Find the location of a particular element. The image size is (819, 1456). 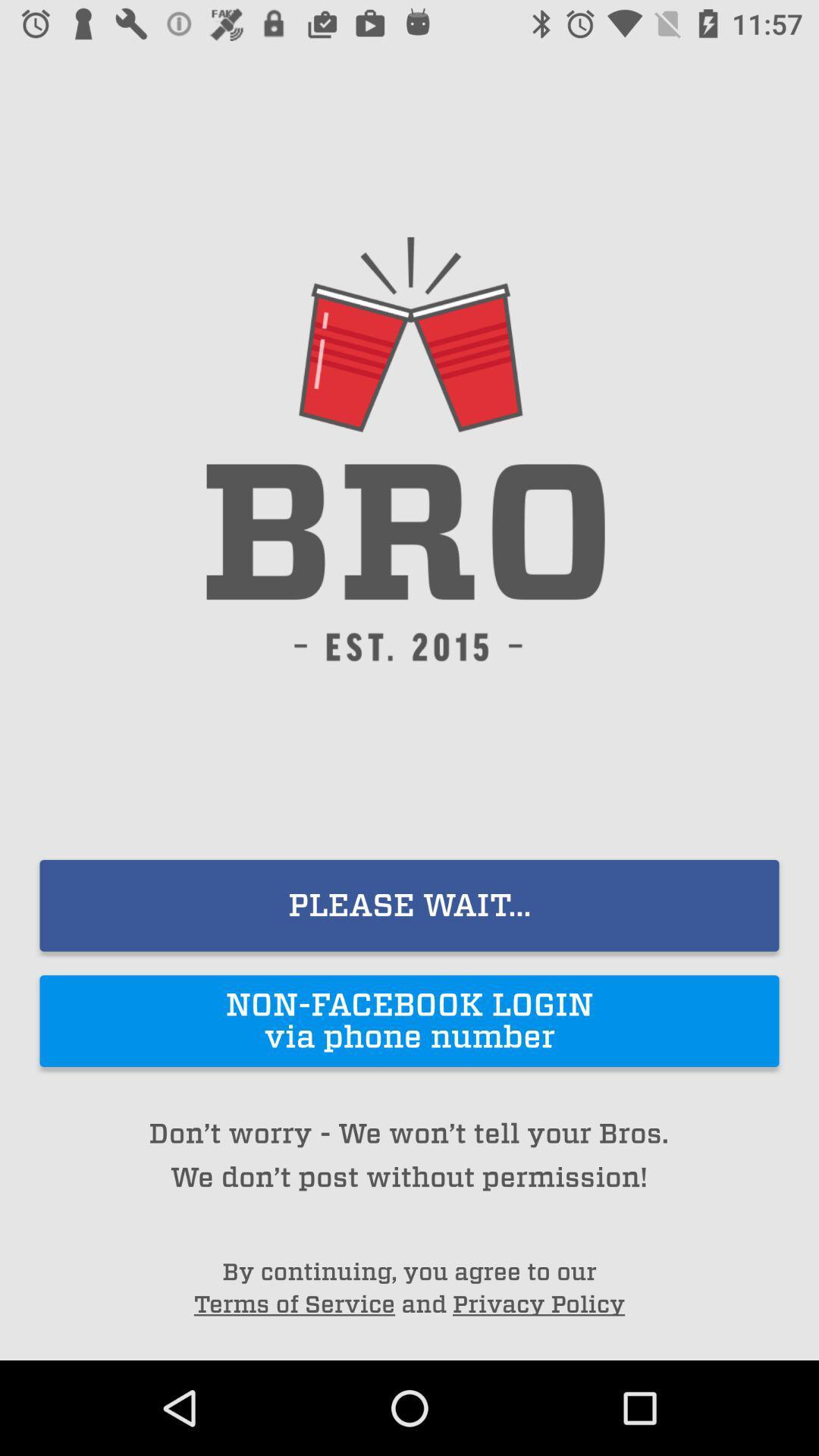

icon to the right of the  and  icon is located at coordinates (538, 1304).